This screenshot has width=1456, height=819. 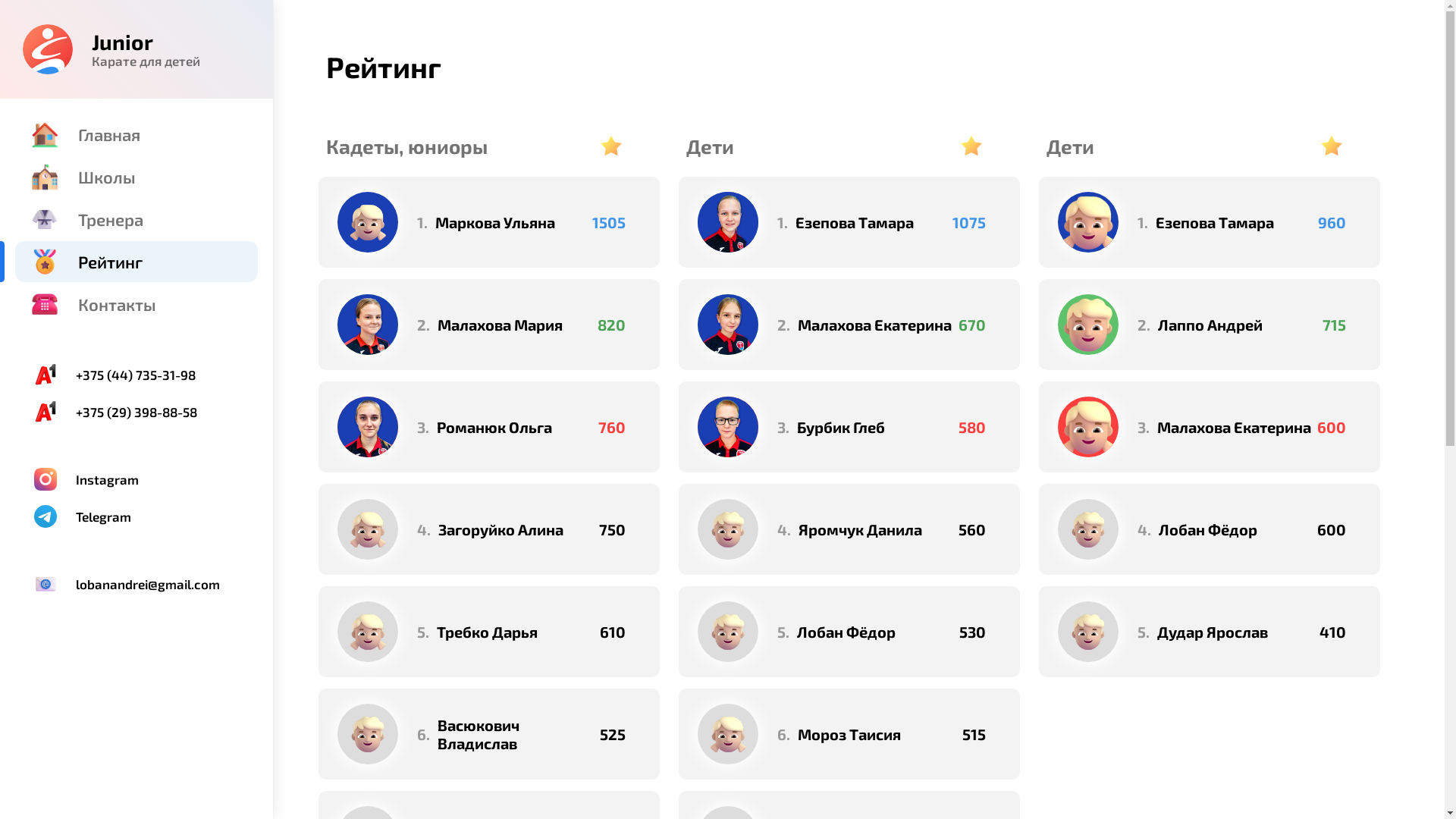 I want to click on 'Telegram', so click(x=136, y=516).